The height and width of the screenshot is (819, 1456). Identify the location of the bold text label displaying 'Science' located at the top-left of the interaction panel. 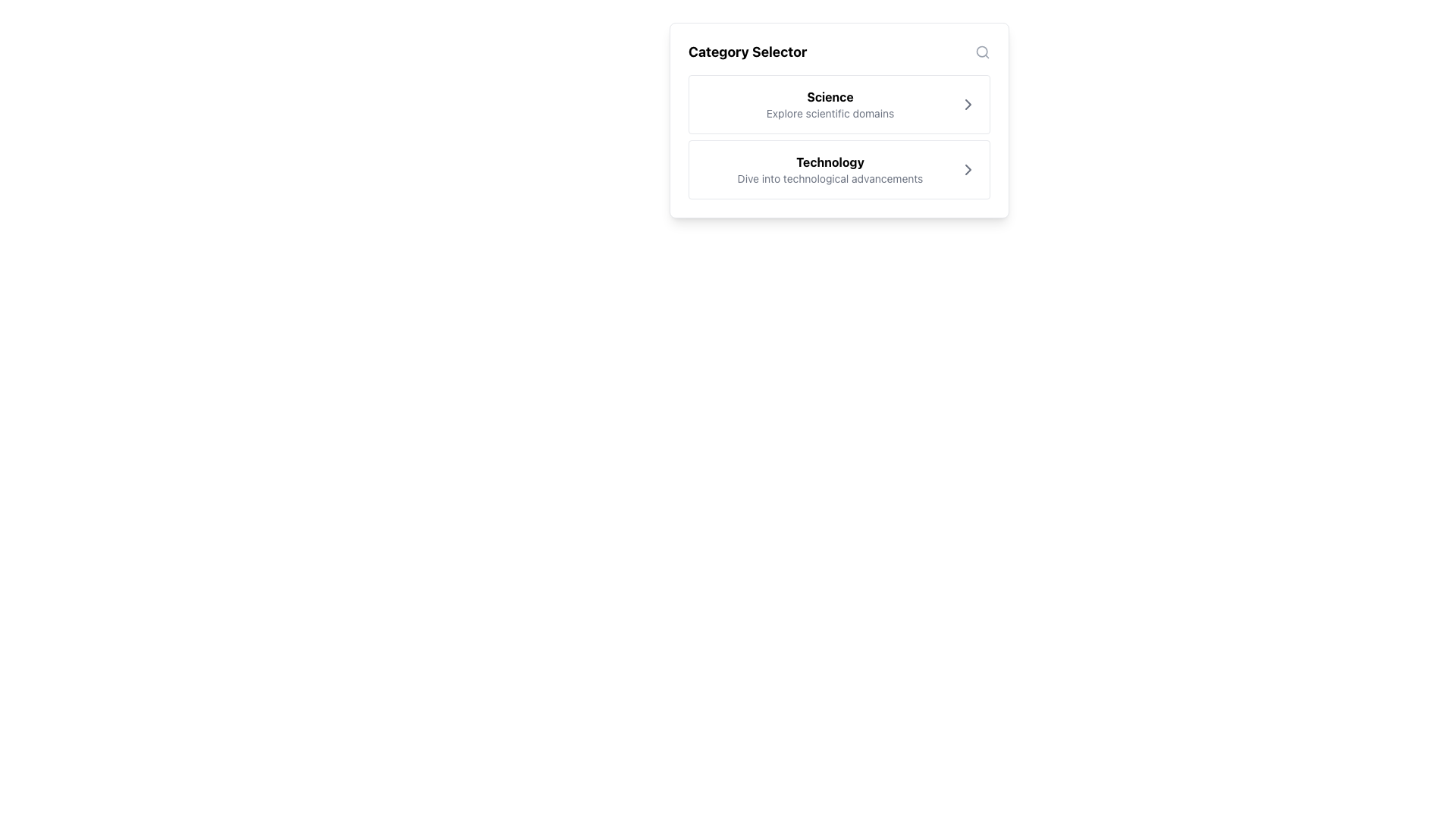
(829, 96).